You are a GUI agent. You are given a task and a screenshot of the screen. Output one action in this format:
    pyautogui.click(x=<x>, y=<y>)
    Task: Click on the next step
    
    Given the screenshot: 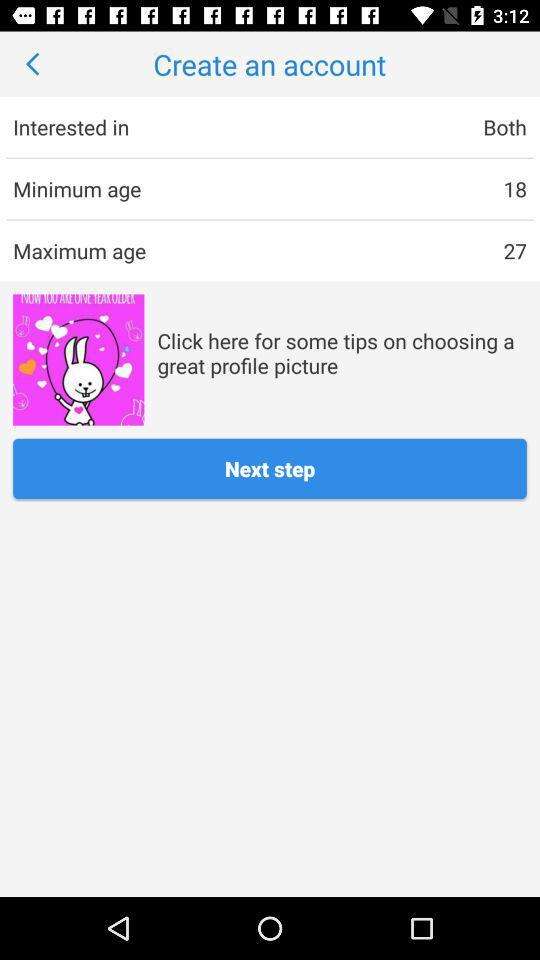 What is the action you would take?
    pyautogui.click(x=270, y=468)
    